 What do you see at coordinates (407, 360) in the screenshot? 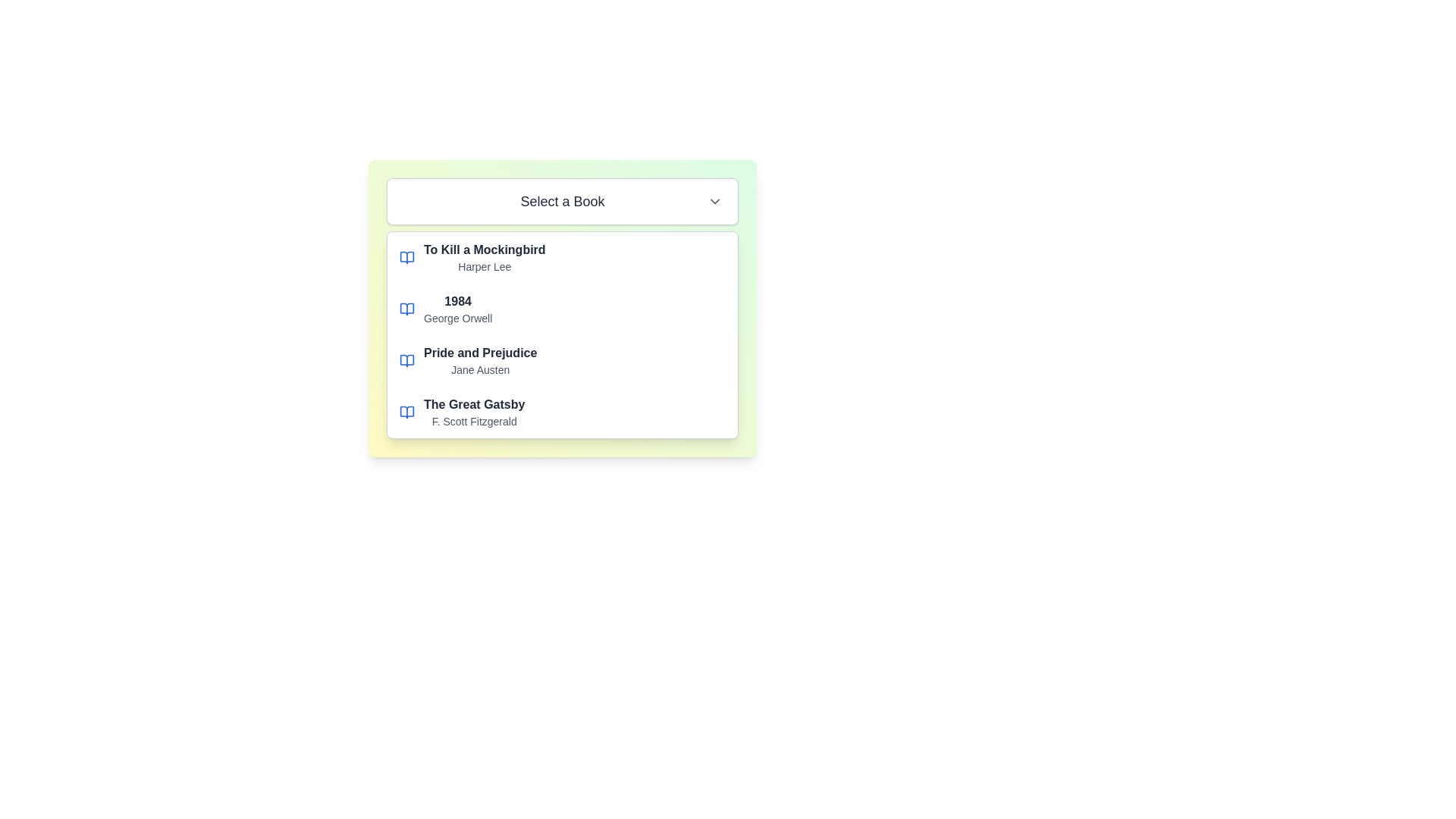
I see `blue open book icon associated with 'Pride and Prejudice' for accessibility properties` at bounding box center [407, 360].